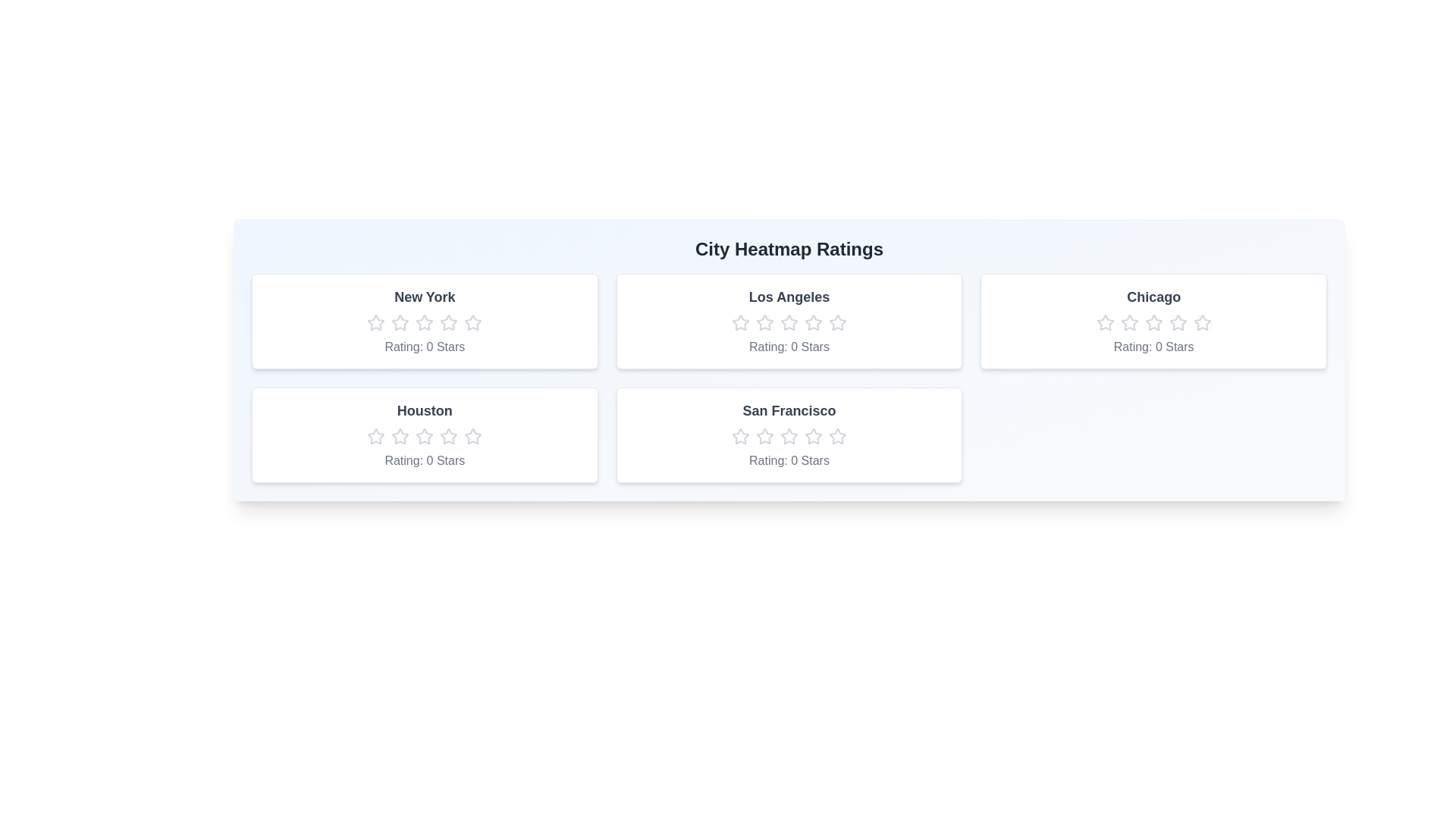 Image resolution: width=1456 pixels, height=819 pixels. Describe the element at coordinates (789, 322) in the screenshot. I see `the Los Angeles rating star number 3` at that location.